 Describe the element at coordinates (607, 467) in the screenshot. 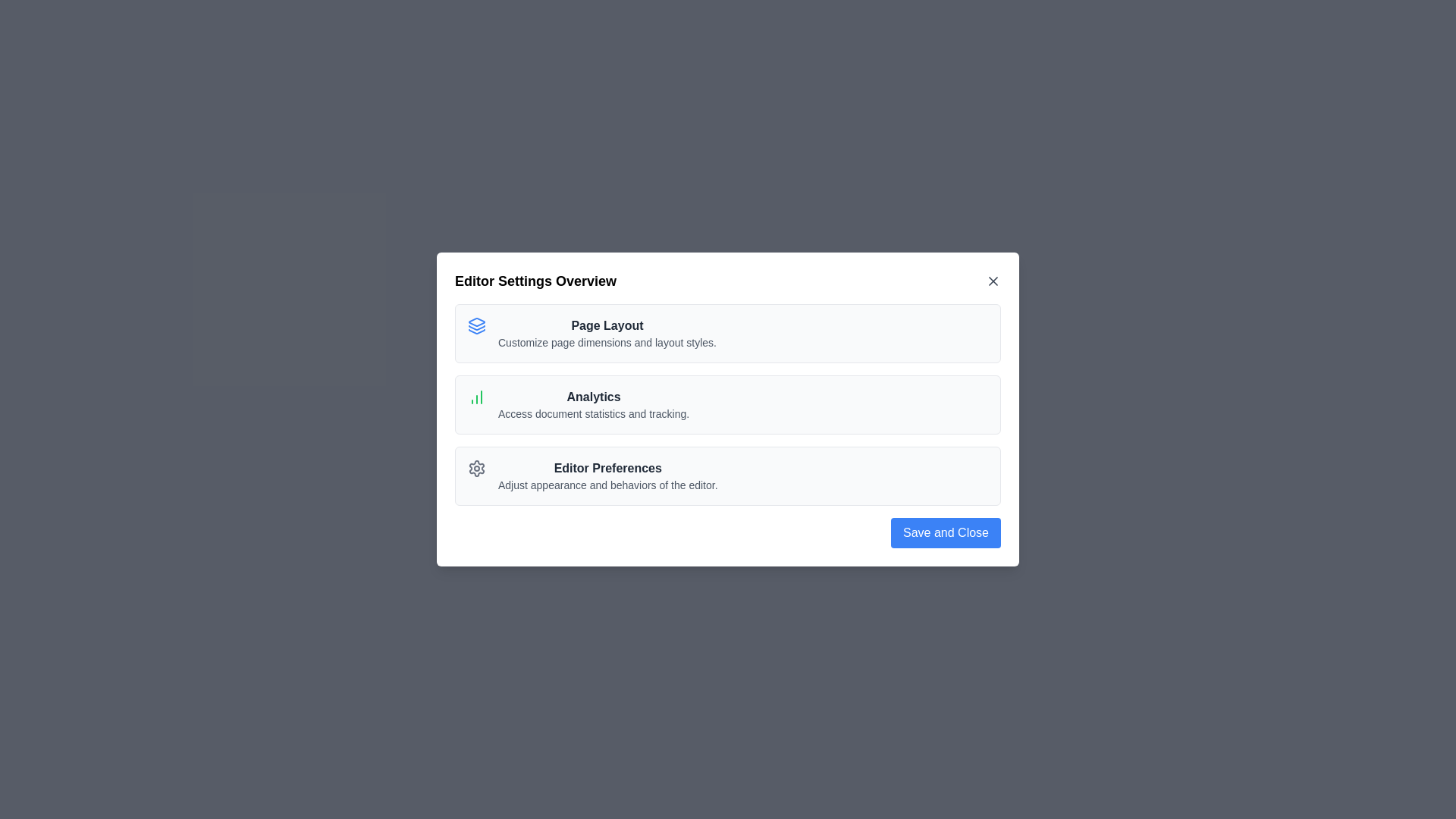

I see `the text of the option Editor Preferences to select it` at that location.